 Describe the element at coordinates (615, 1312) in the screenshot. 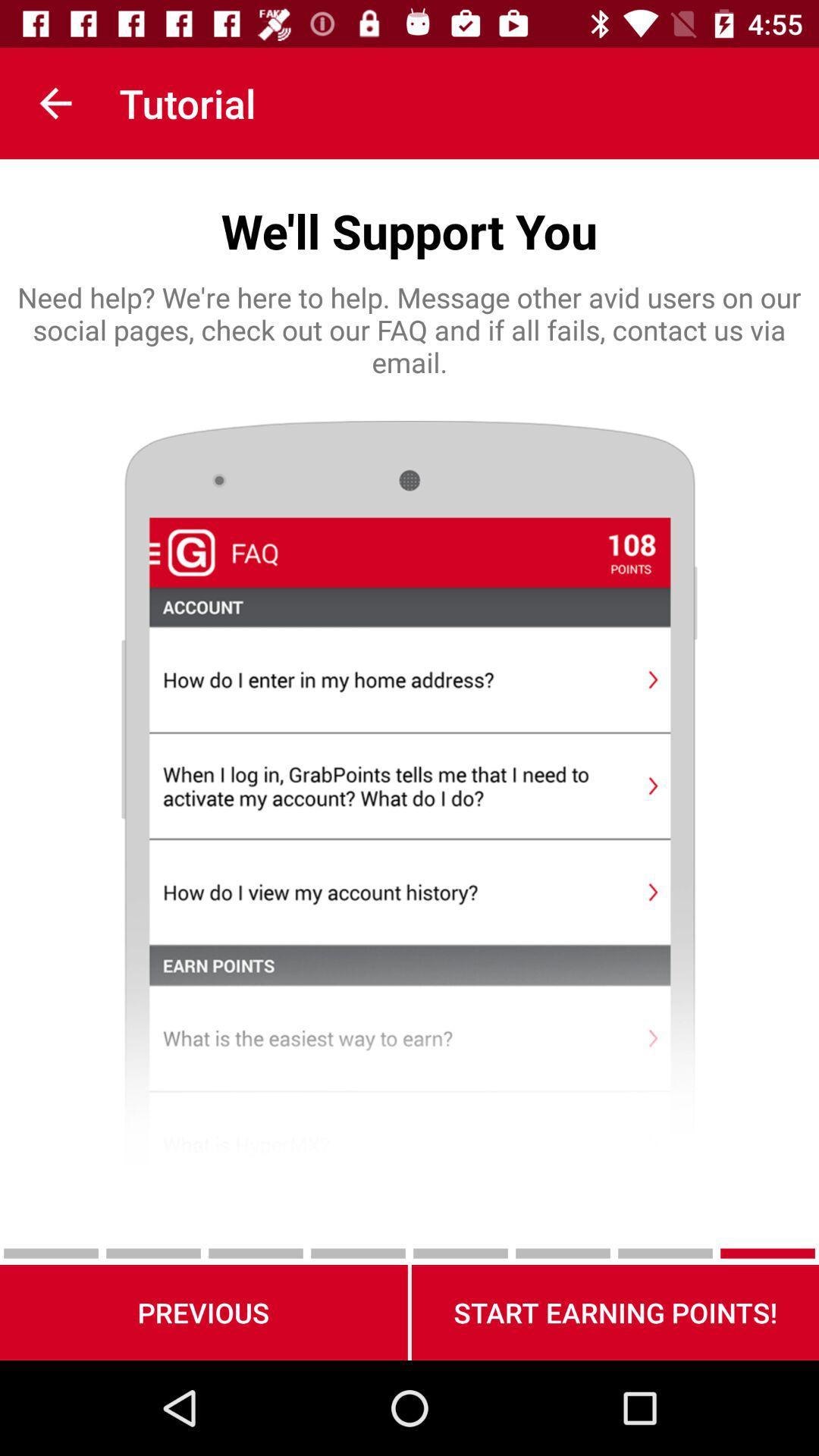

I see `the item next to the previous item` at that location.